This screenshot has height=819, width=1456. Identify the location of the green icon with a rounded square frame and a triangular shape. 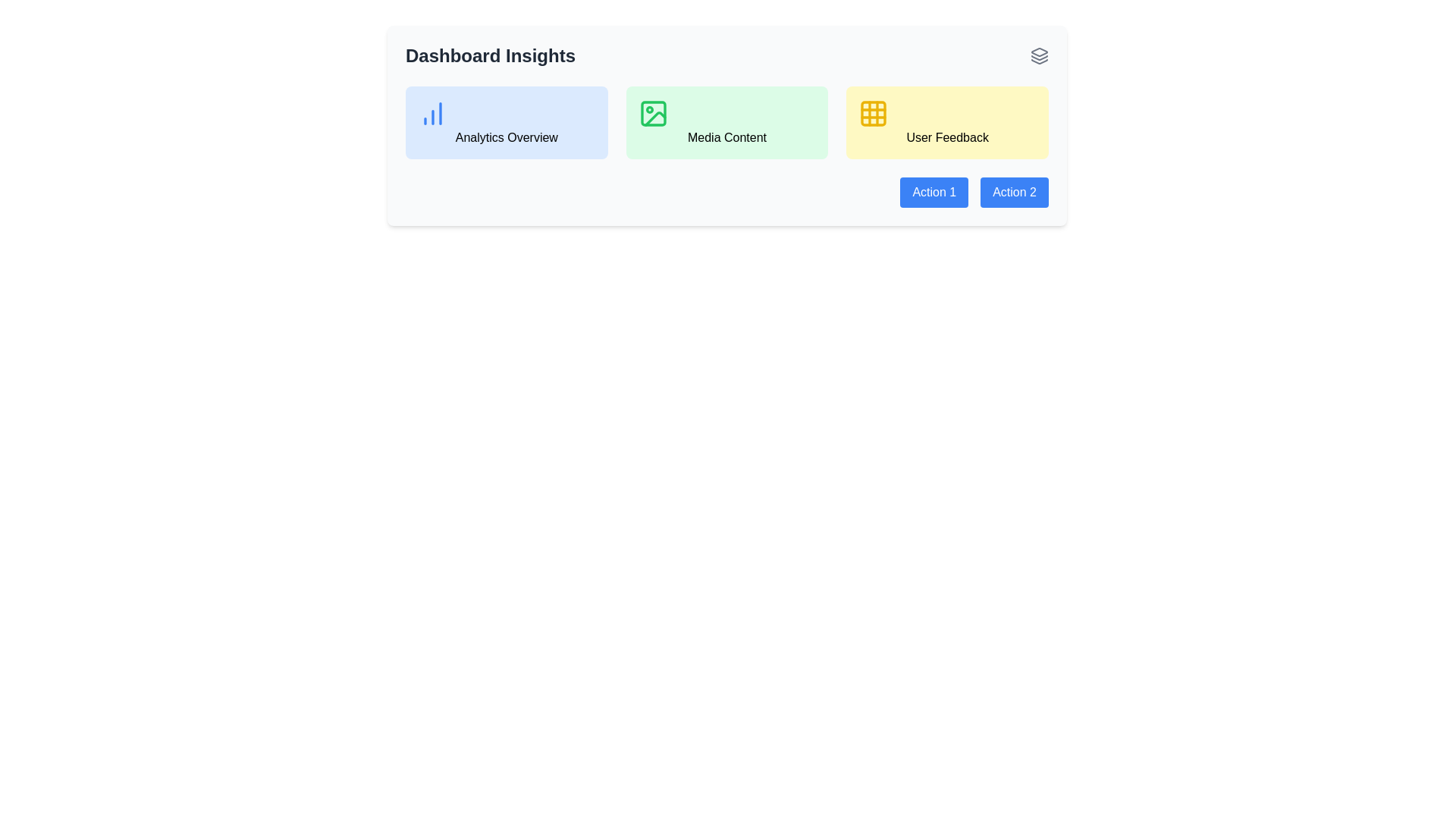
(653, 113).